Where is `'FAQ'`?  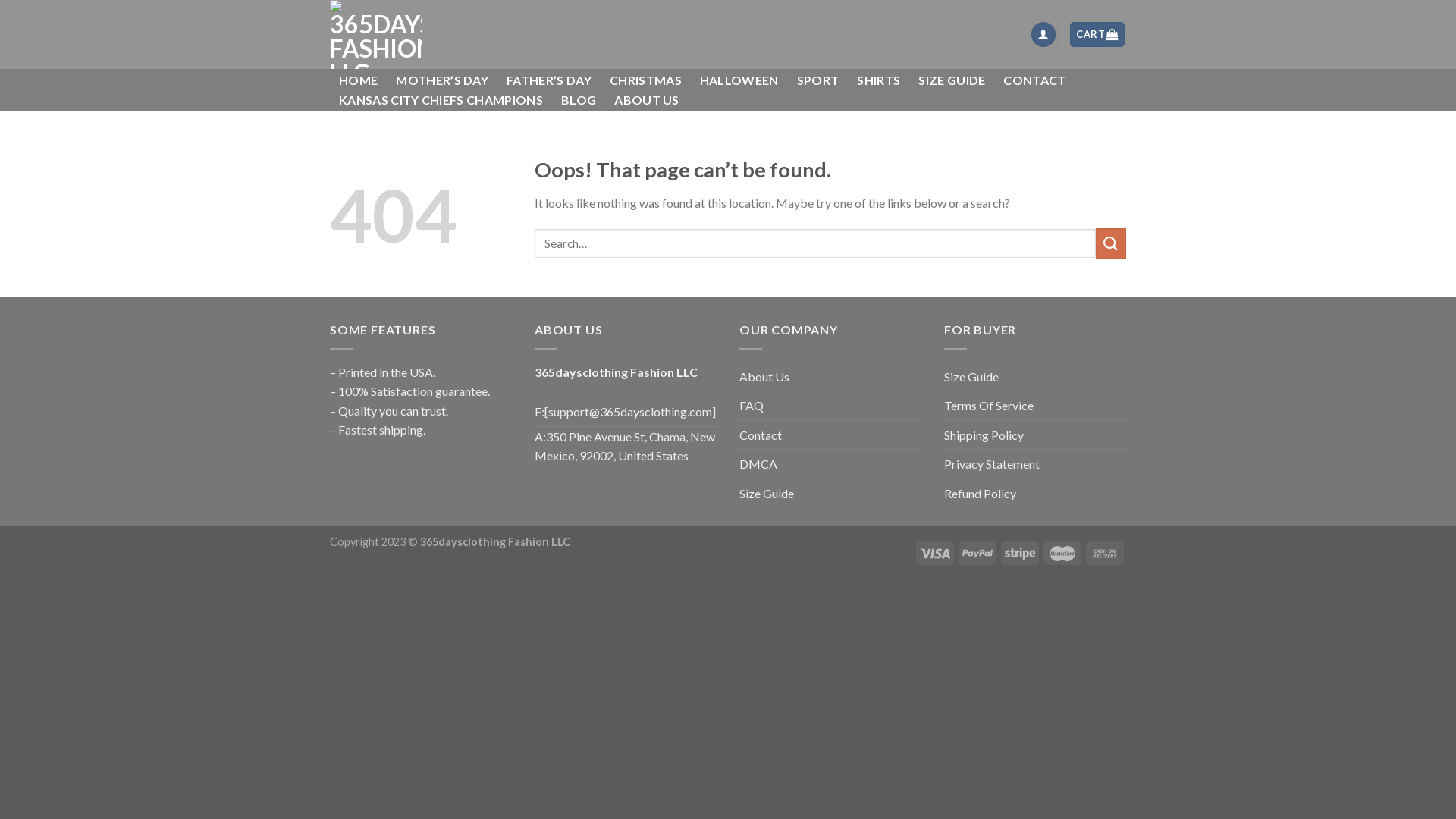 'FAQ' is located at coordinates (751, 405).